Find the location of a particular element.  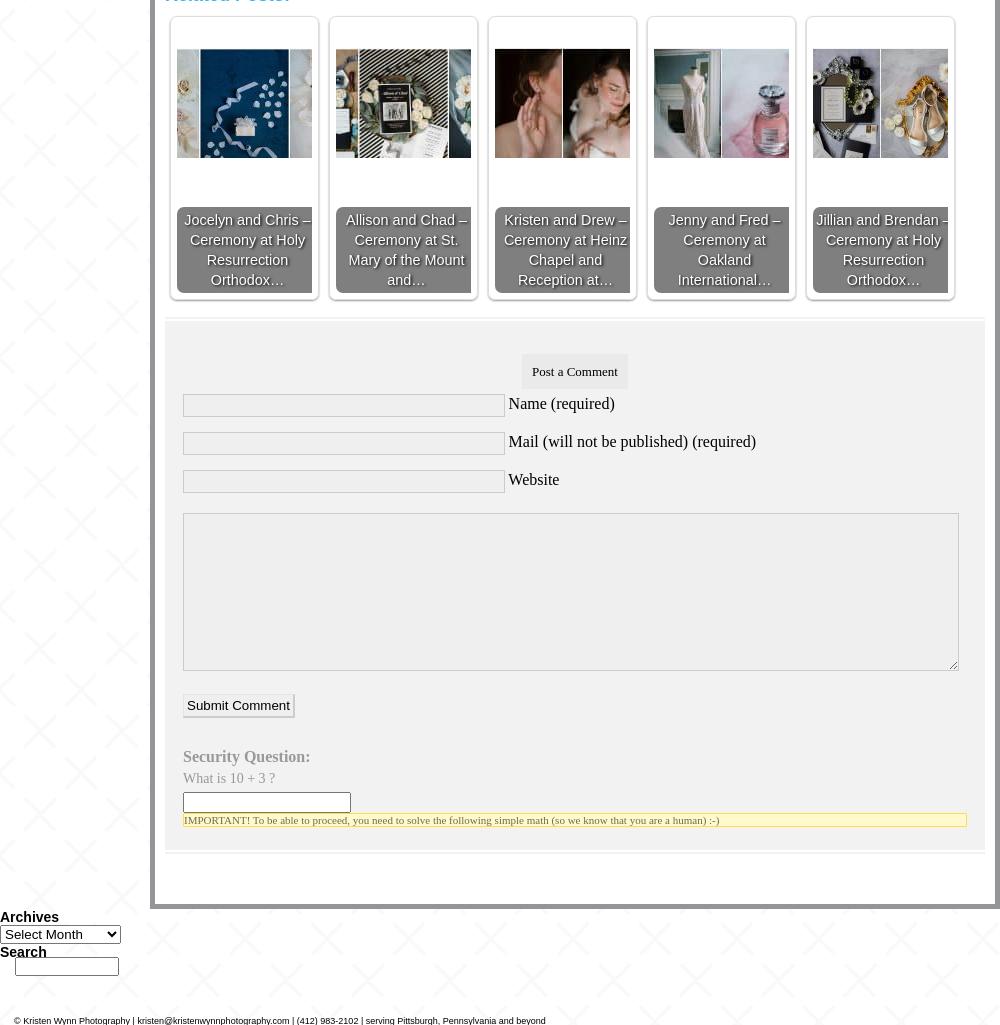

'Security Question:' is located at coordinates (245, 755).